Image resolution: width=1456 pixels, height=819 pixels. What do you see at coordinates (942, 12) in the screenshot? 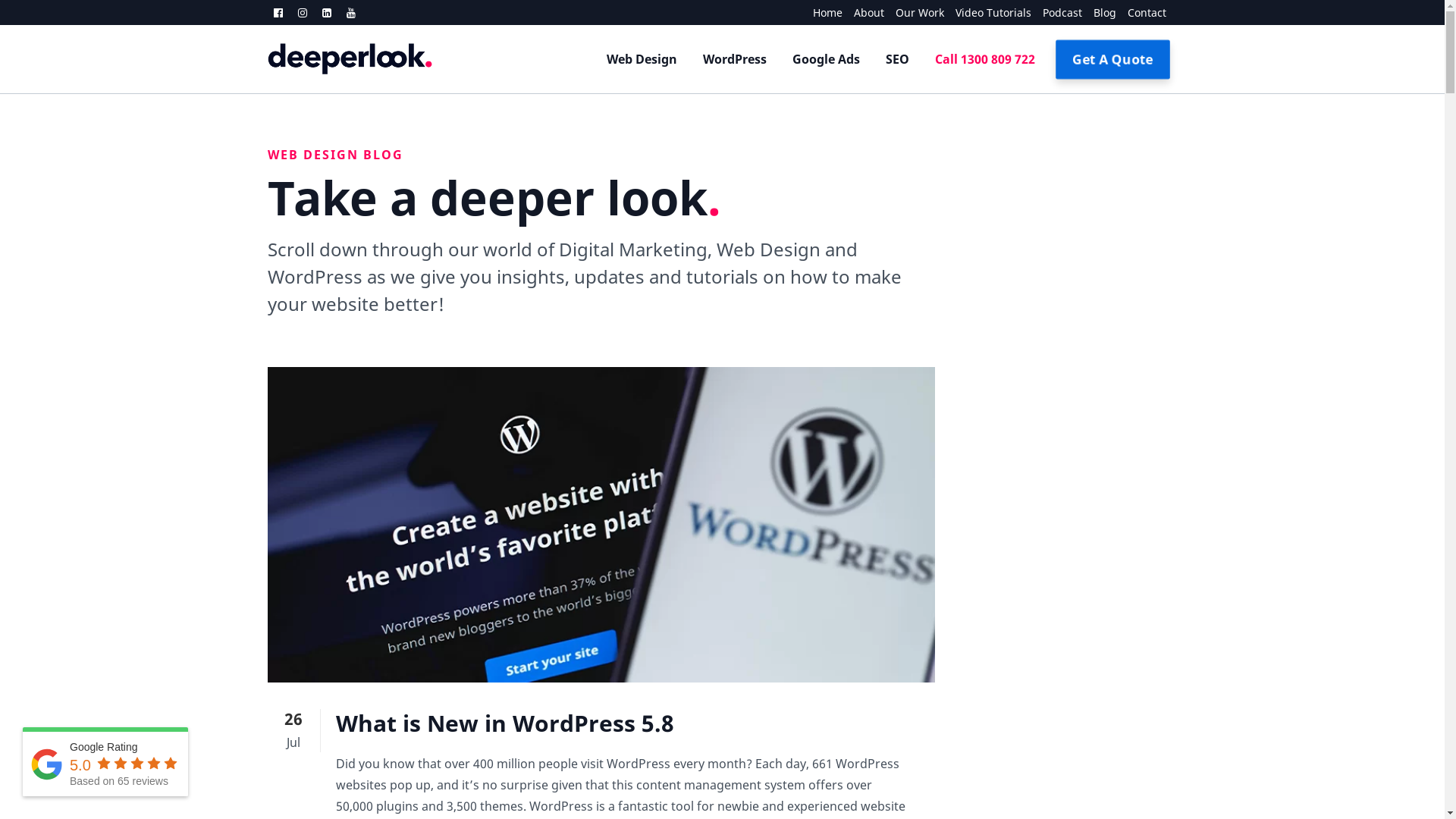
I see `'Video Tutorials'` at bounding box center [942, 12].